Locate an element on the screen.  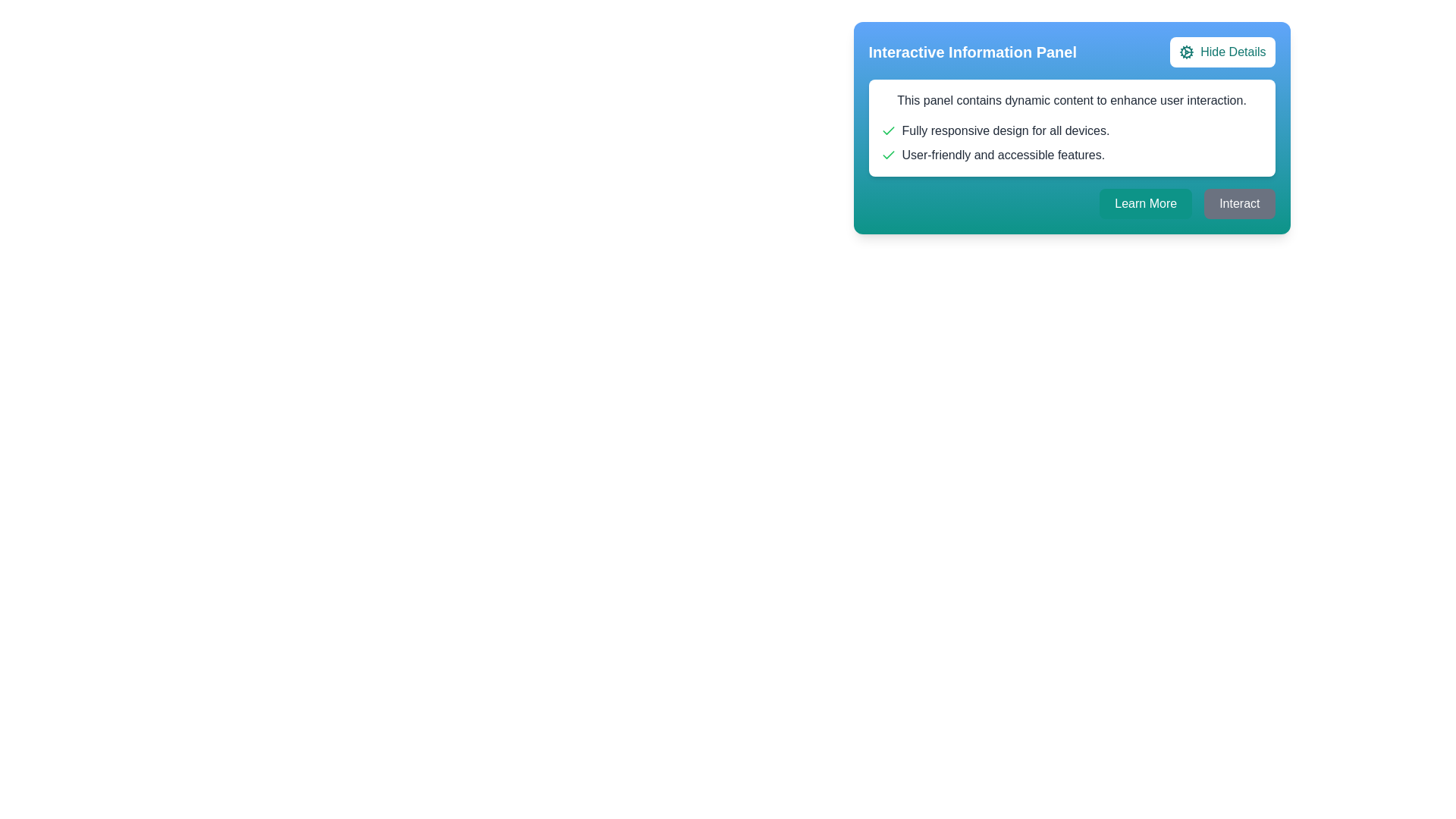
the button located at the top-right of the 'Interactive Information Panel' is located at coordinates (1222, 52).